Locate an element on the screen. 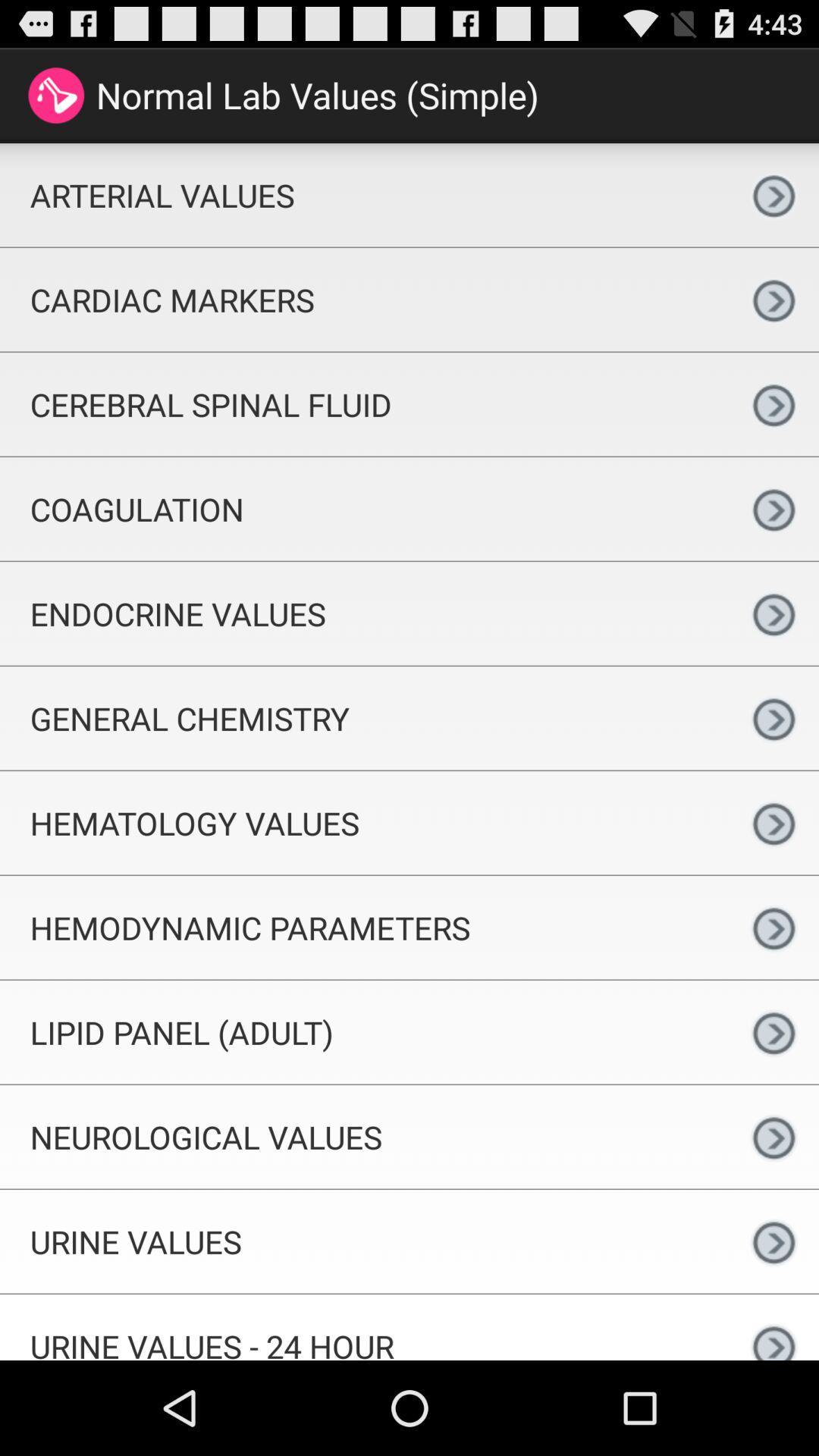  the icon above urine values is located at coordinates (364, 1137).